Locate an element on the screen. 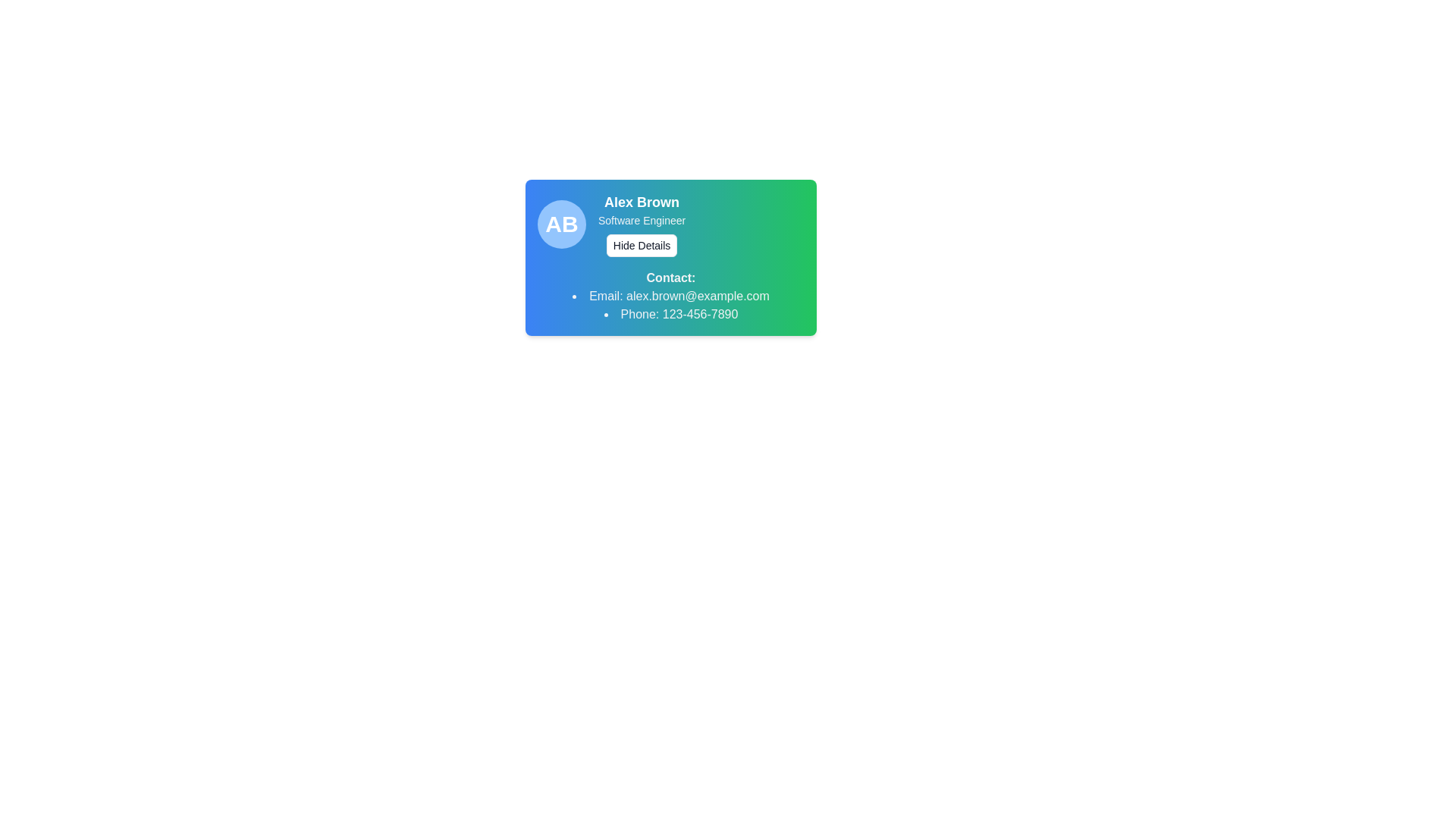  information displayed in the Text Display element which shows the email 'alex.brown@example.com' in the contact list is located at coordinates (670, 296).